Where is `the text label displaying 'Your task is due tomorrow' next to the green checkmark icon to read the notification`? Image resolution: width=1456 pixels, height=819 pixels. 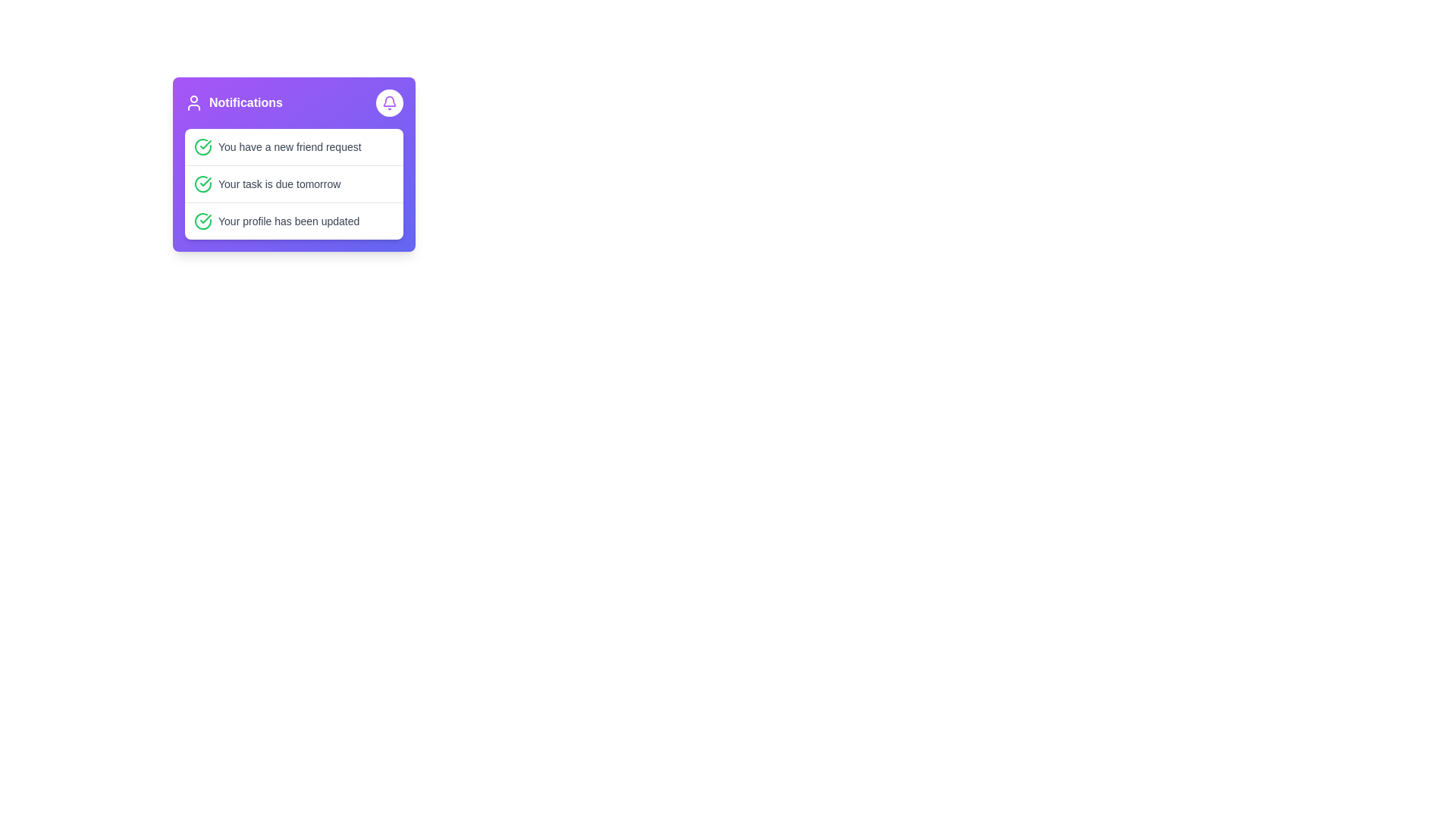 the text label displaying 'Your task is due tomorrow' next to the green checkmark icon to read the notification is located at coordinates (279, 184).